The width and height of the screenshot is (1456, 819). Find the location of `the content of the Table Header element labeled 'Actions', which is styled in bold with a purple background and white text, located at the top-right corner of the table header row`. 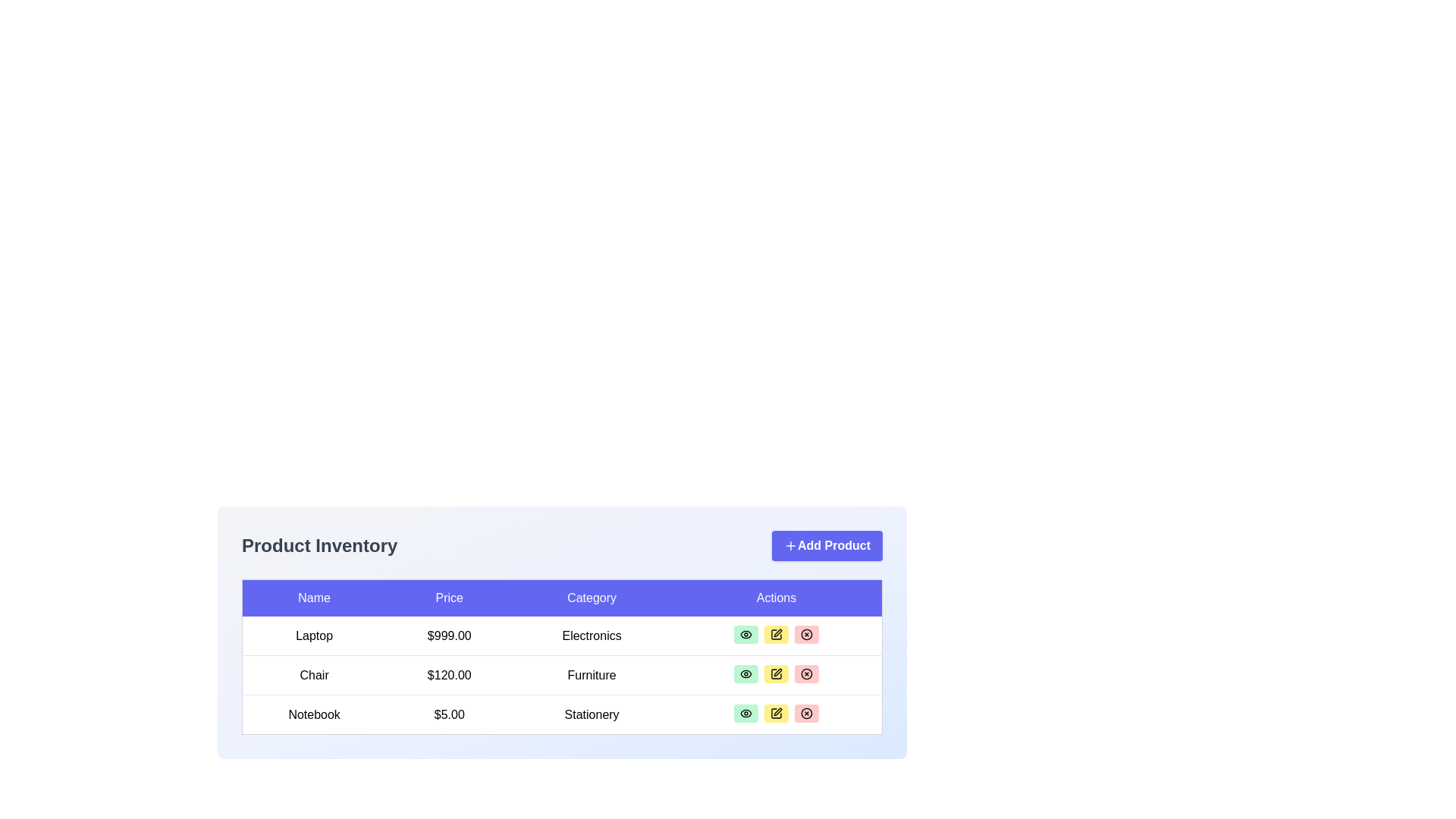

the content of the Table Header element labeled 'Actions', which is styled in bold with a purple background and white text, located at the top-right corner of the table header row is located at coordinates (777, 597).